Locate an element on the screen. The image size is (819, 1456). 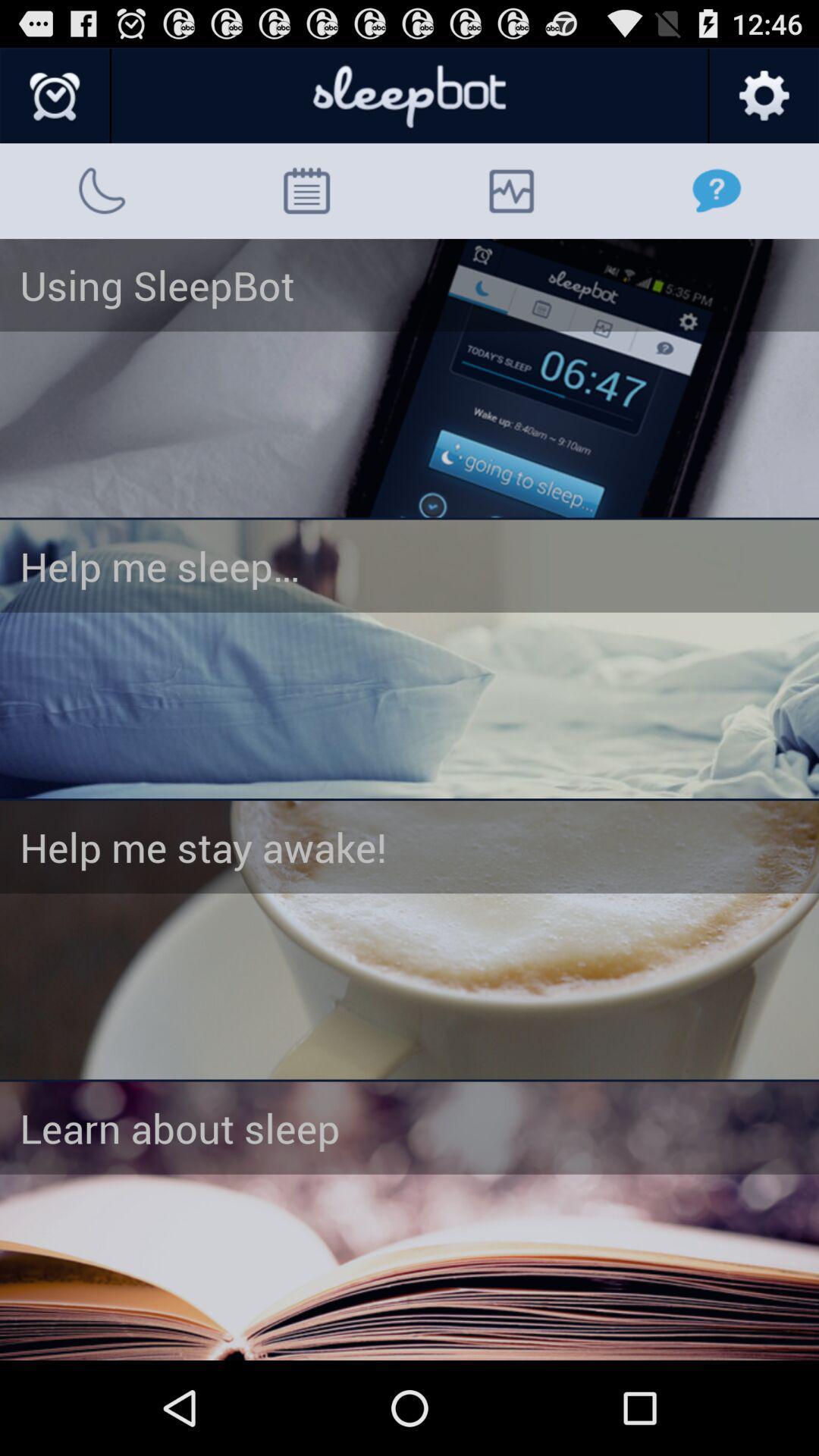
option is located at coordinates (409, 659).